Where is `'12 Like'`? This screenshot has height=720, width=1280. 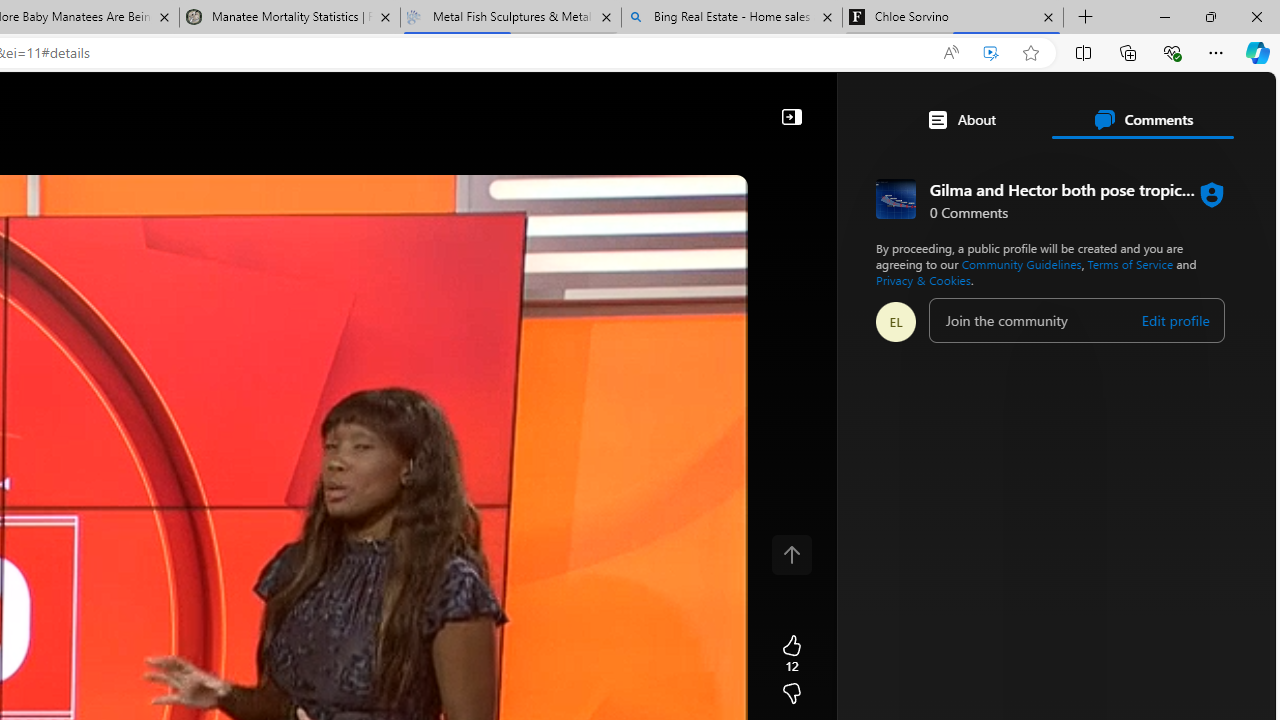
'12 Like' is located at coordinates (790, 654).